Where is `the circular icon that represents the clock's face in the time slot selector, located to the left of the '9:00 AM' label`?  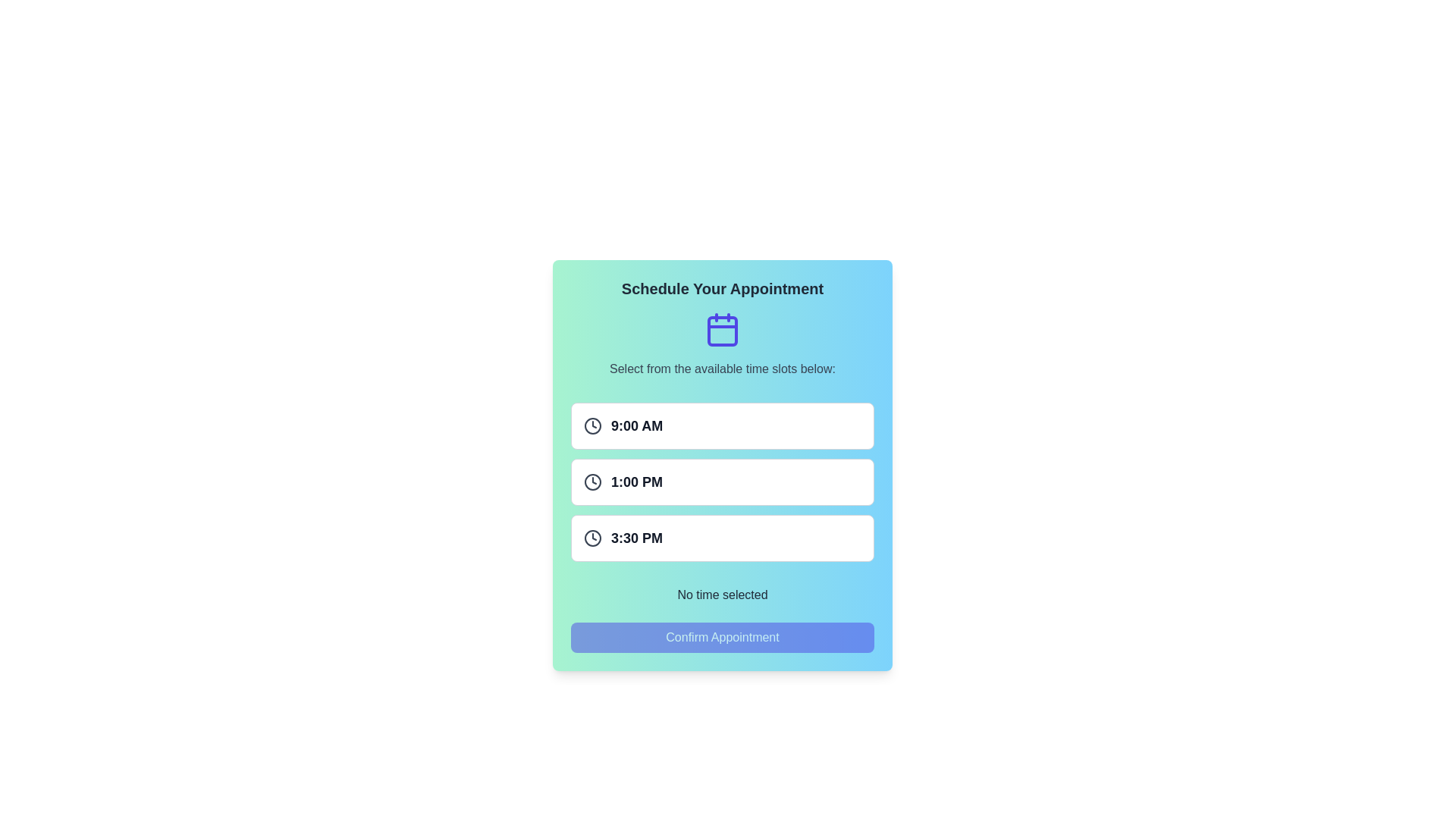
the circular icon that represents the clock's face in the time slot selector, located to the left of the '9:00 AM' label is located at coordinates (592, 426).